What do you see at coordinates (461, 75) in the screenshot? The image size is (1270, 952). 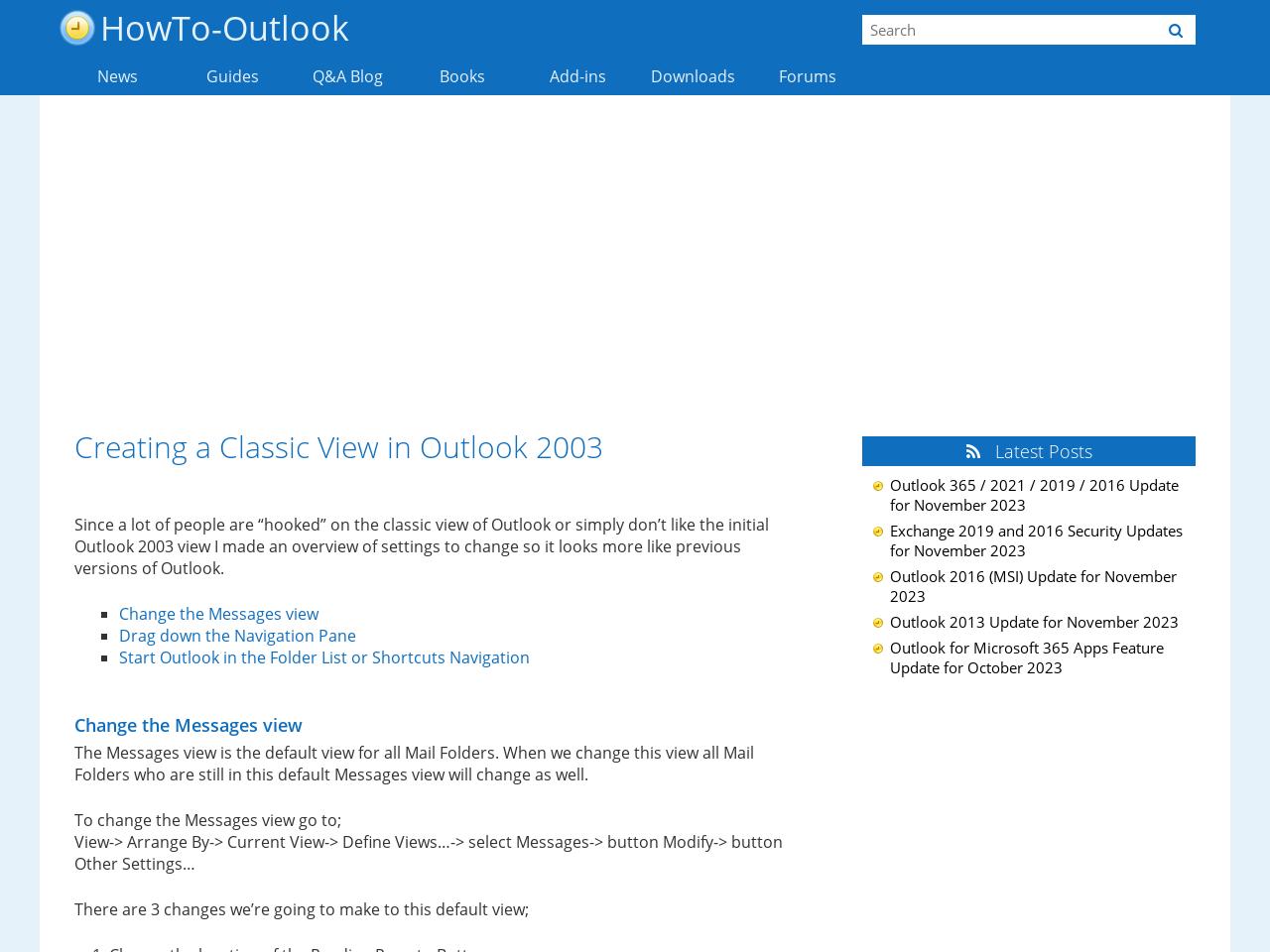 I see `'Books'` at bounding box center [461, 75].